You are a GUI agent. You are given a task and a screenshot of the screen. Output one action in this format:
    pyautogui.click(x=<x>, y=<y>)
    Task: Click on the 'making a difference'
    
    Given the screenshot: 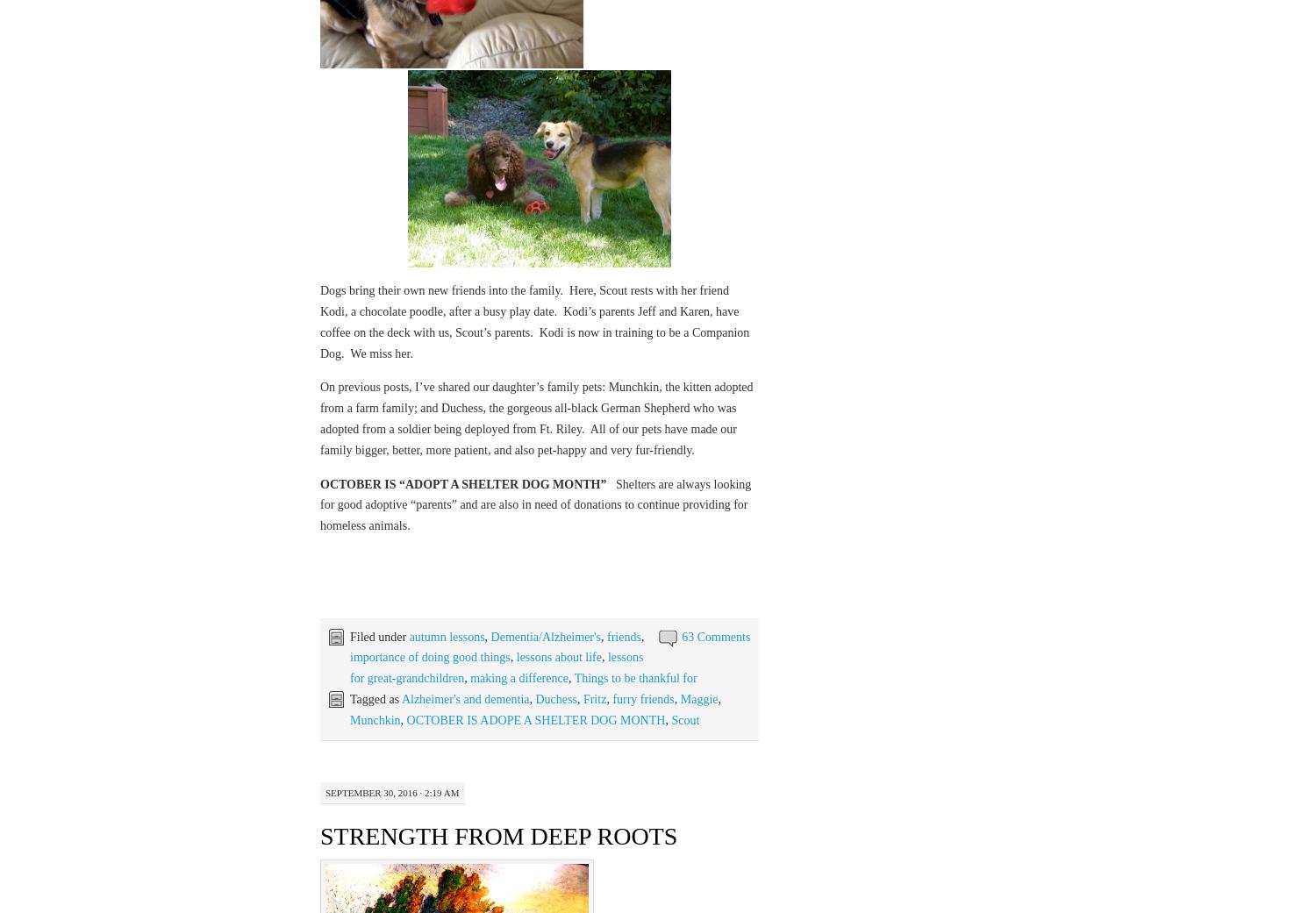 What is the action you would take?
    pyautogui.click(x=518, y=678)
    